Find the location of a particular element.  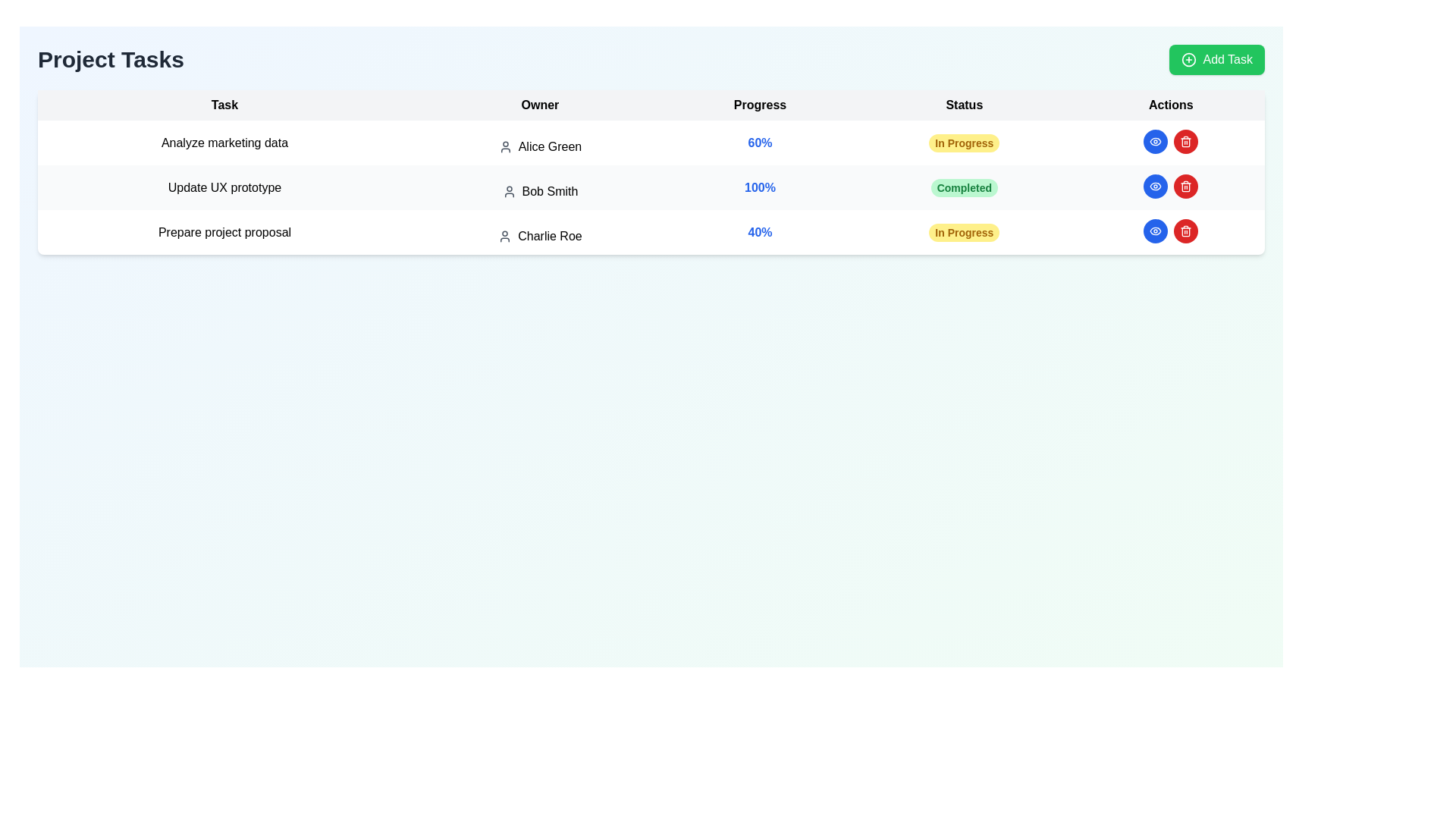

the 'Completed' status label for the task 'Update UX prototype' in the second row of the 'Status' column is located at coordinates (963, 187).